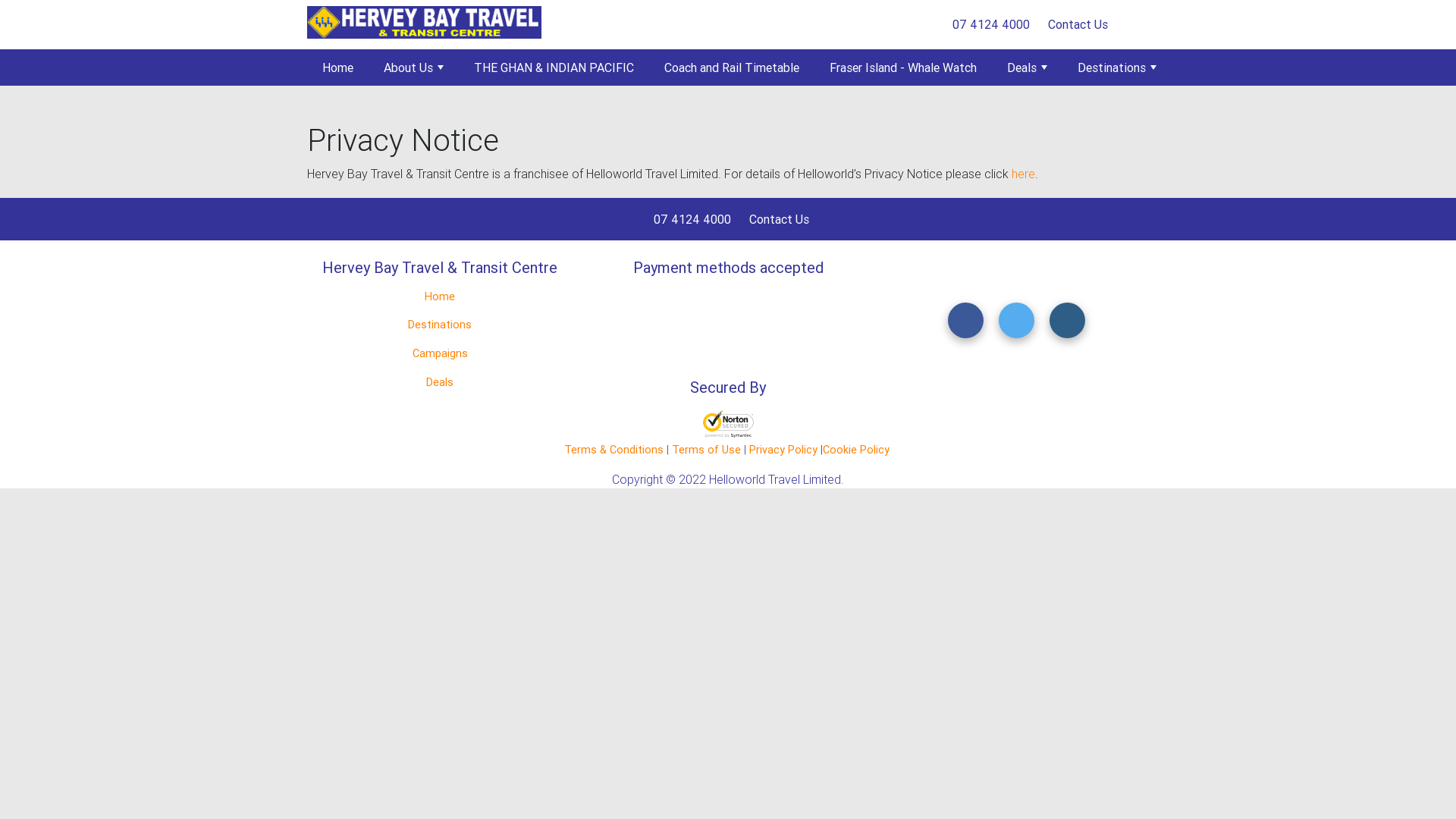  I want to click on 'THE GHAN & INDIAN PACIFIC', so click(553, 66).